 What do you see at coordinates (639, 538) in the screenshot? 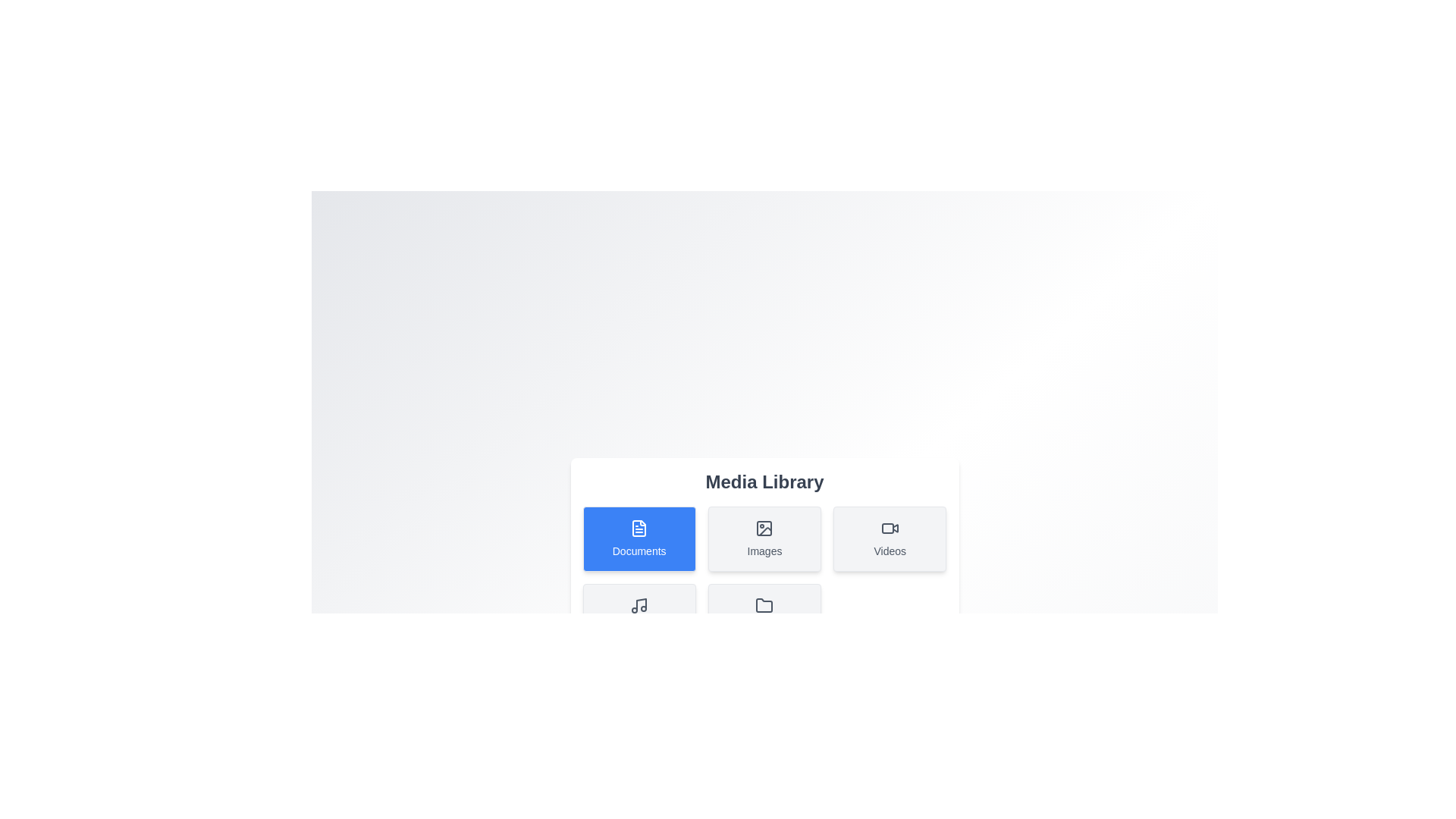
I see `the Documents button to observe the hover effect` at bounding box center [639, 538].